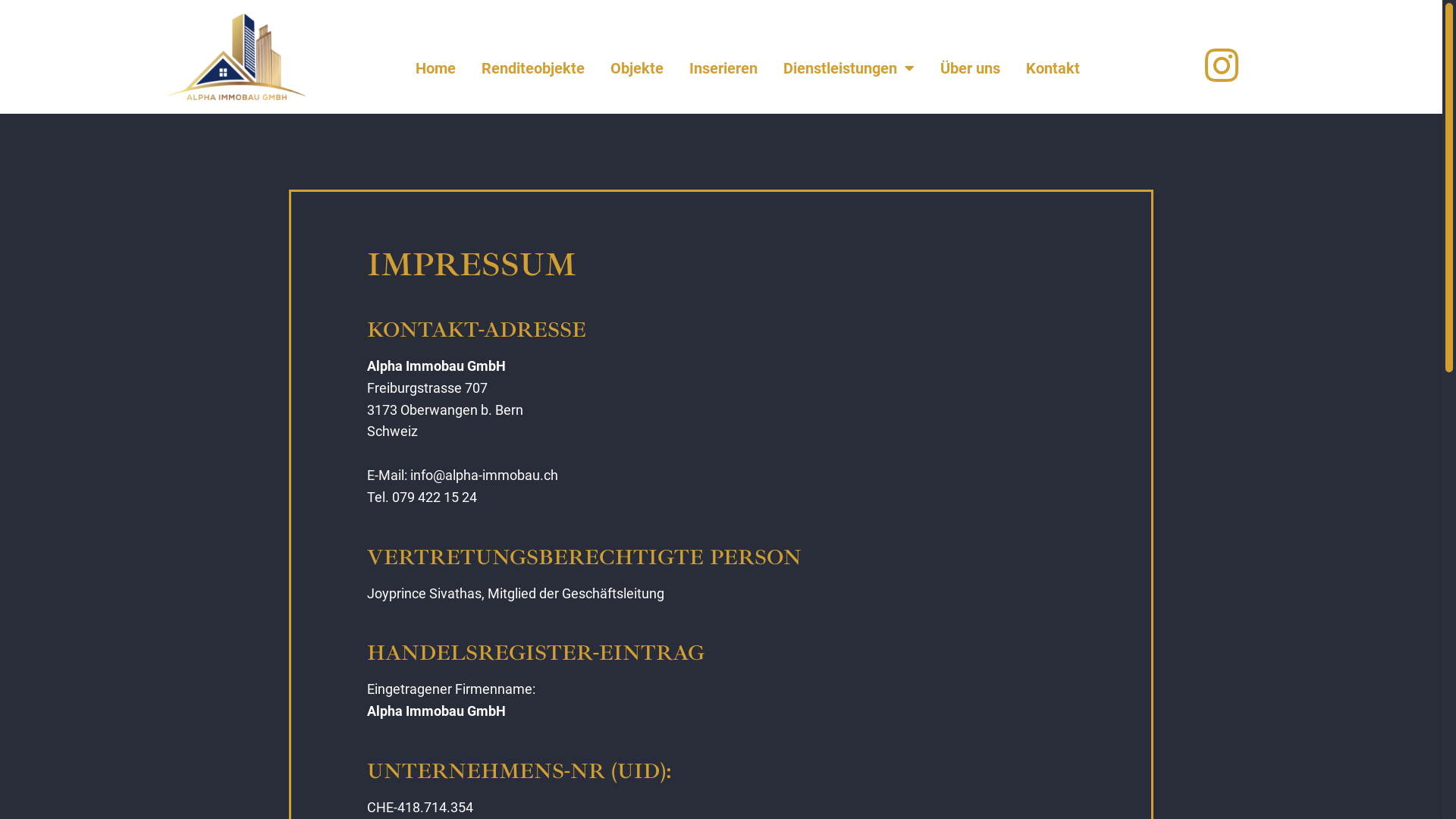 This screenshot has height=819, width=1456. Describe the element at coordinates (1012, 67) in the screenshot. I see `'Kontakt'` at that location.